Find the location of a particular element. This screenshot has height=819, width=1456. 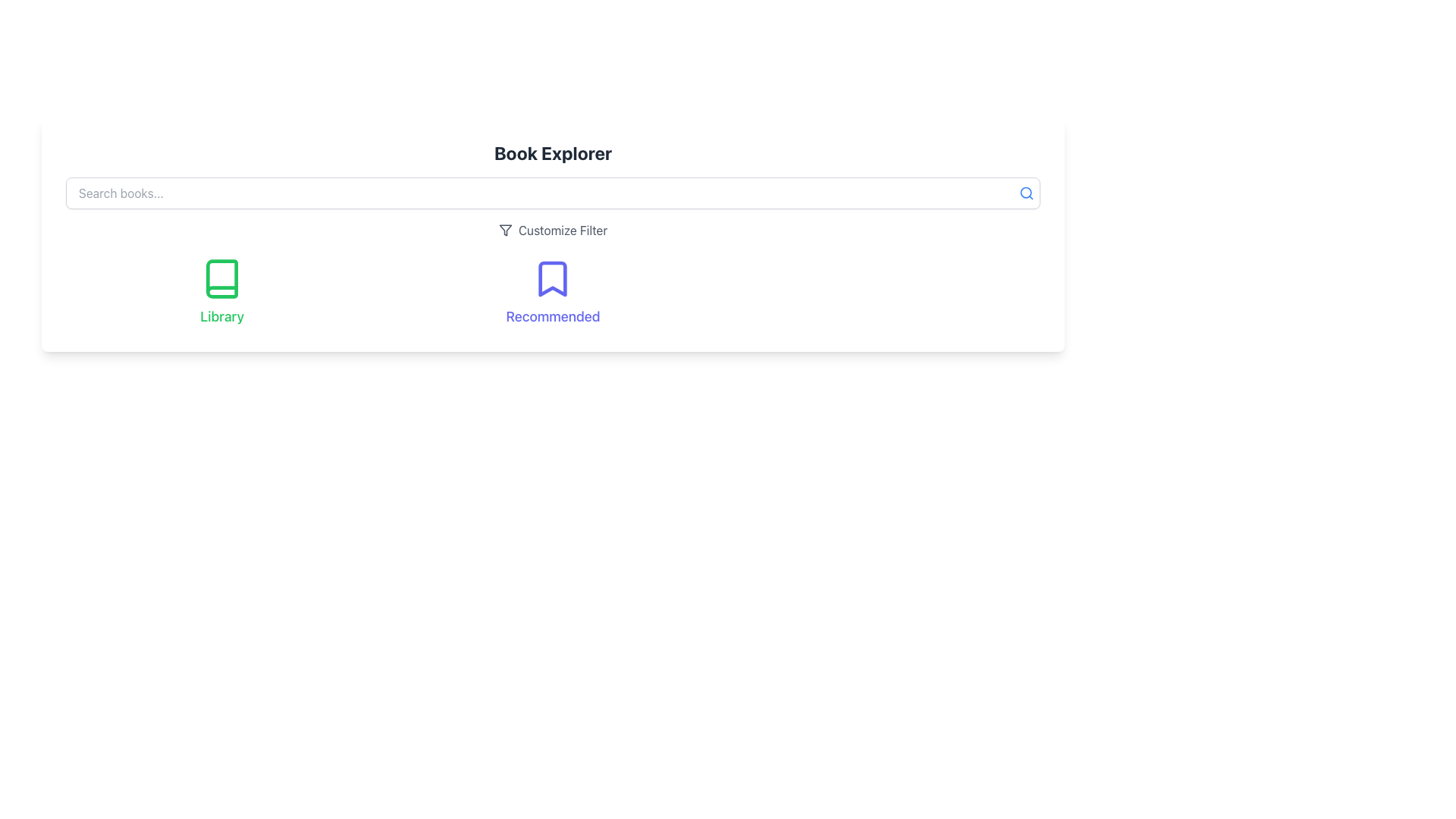

the Interactive Text Label located in the 'Recommended' section of the application is located at coordinates (552, 315).